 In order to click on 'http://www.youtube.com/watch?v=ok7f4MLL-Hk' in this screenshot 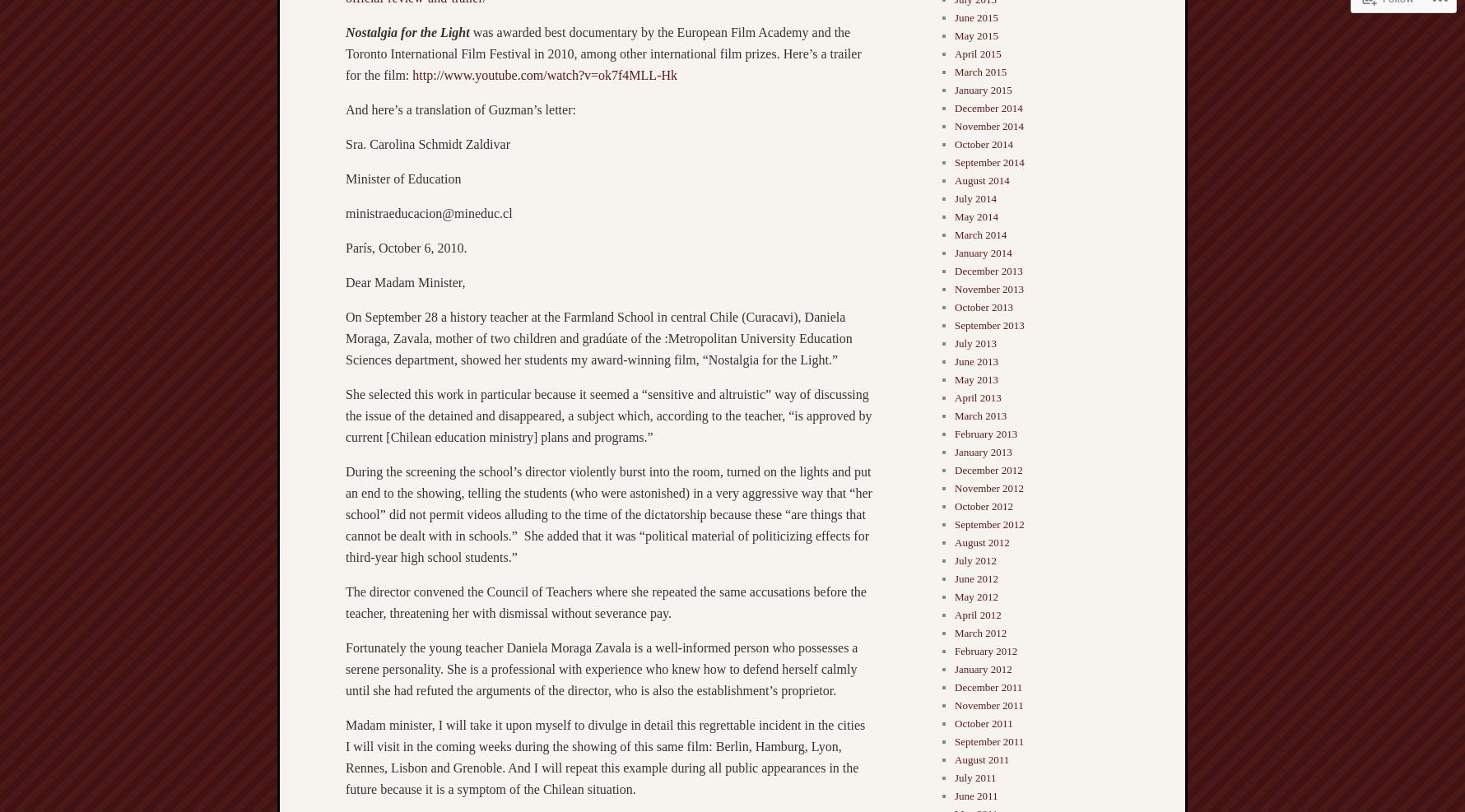, I will do `click(544, 74)`.